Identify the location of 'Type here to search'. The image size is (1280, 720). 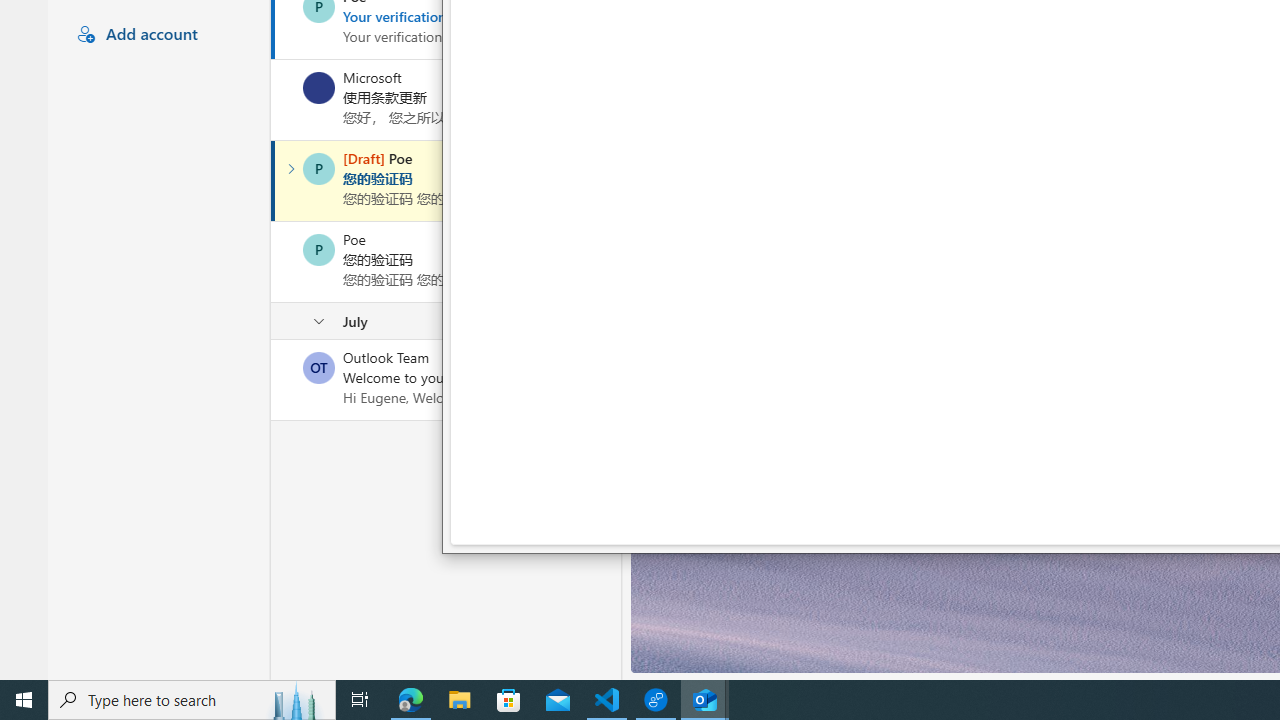
(192, 698).